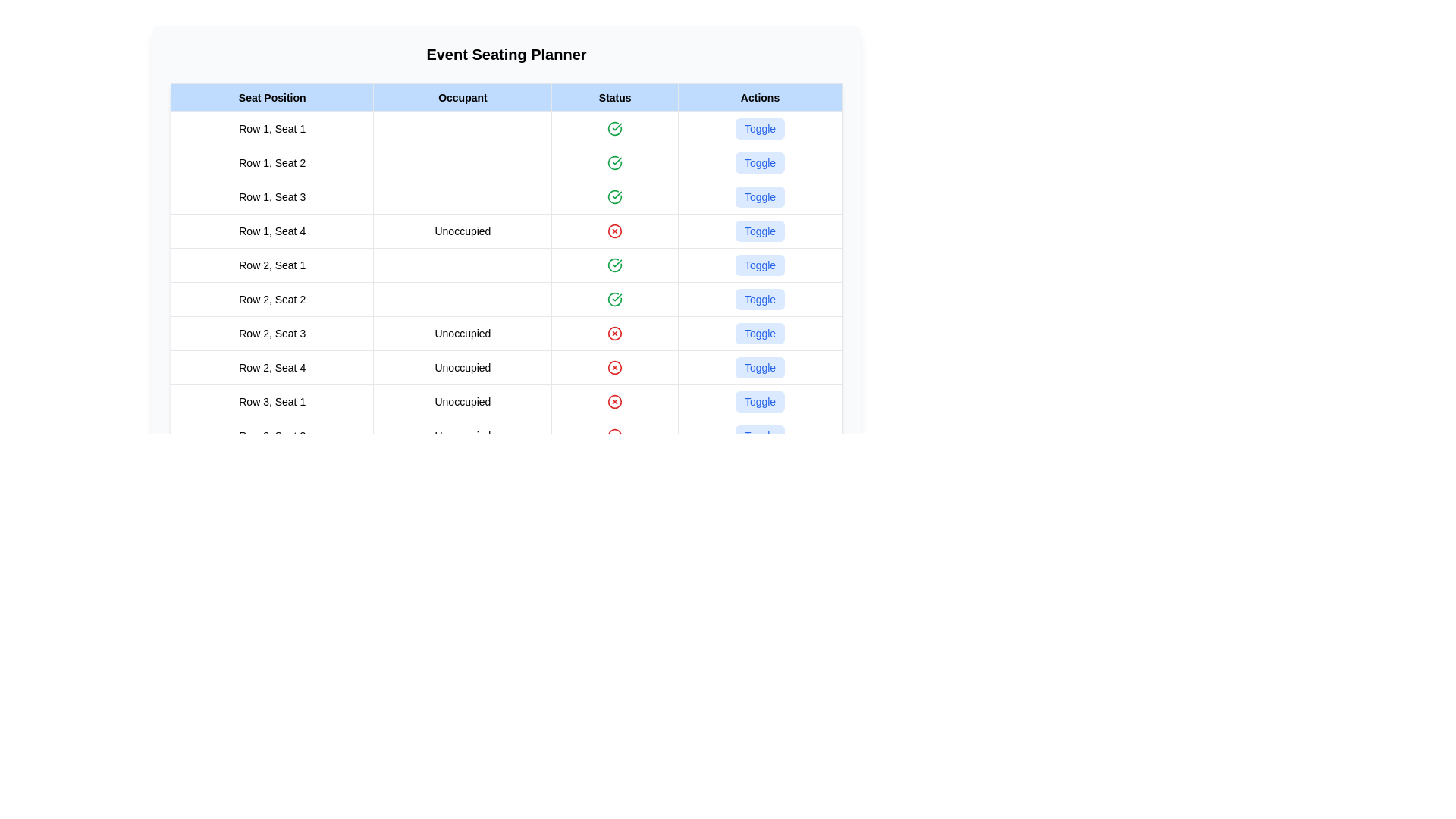  Describe the element at coordinates (272, 368) in the screenshot. I see `the text label displaying 'Row 2, Seat 4', which is styled with a border and padding in a tabular structure` at that location.